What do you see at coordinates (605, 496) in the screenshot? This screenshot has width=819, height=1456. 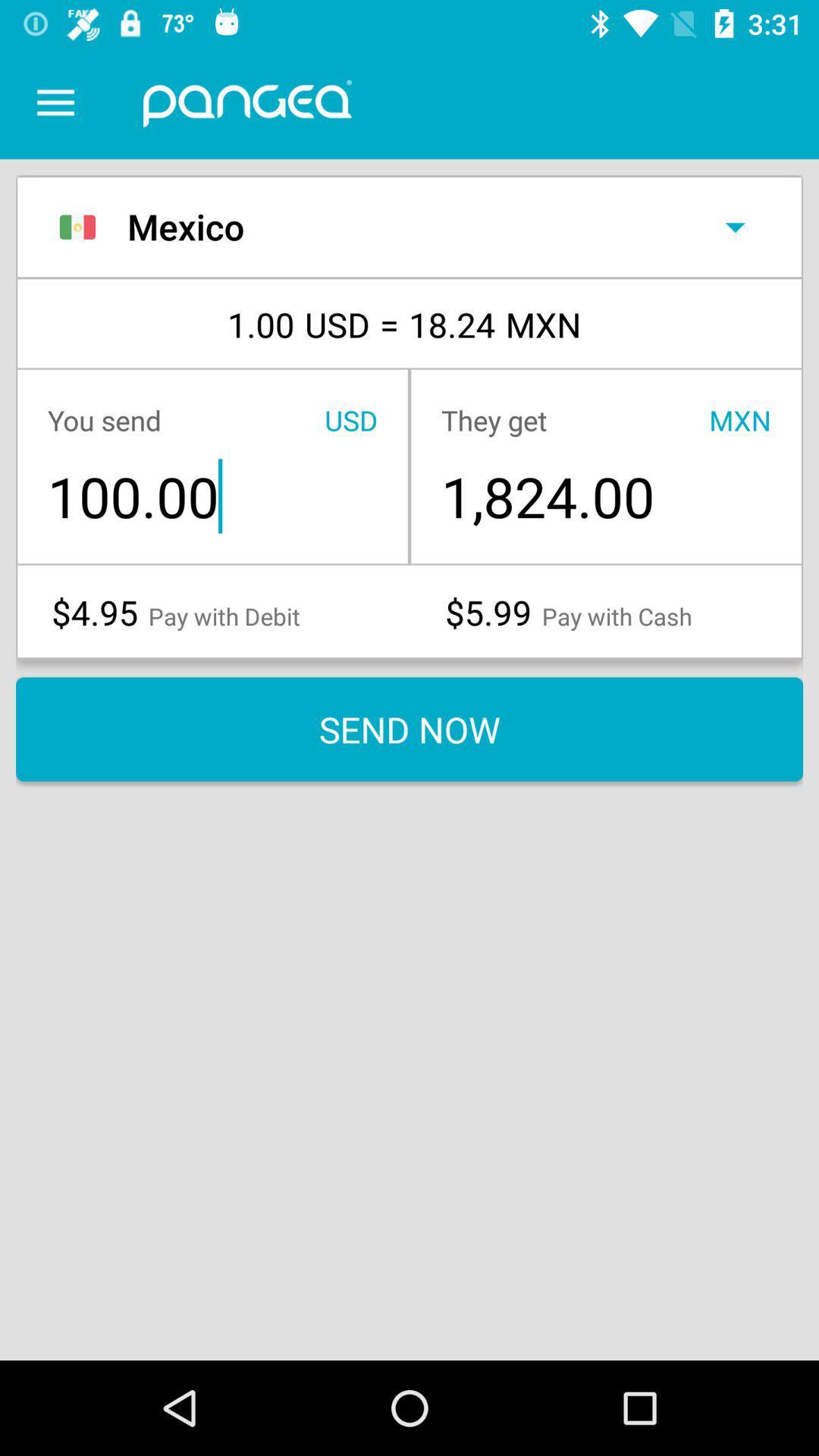 I see `the item below they get` at bounding box center [605, 496].